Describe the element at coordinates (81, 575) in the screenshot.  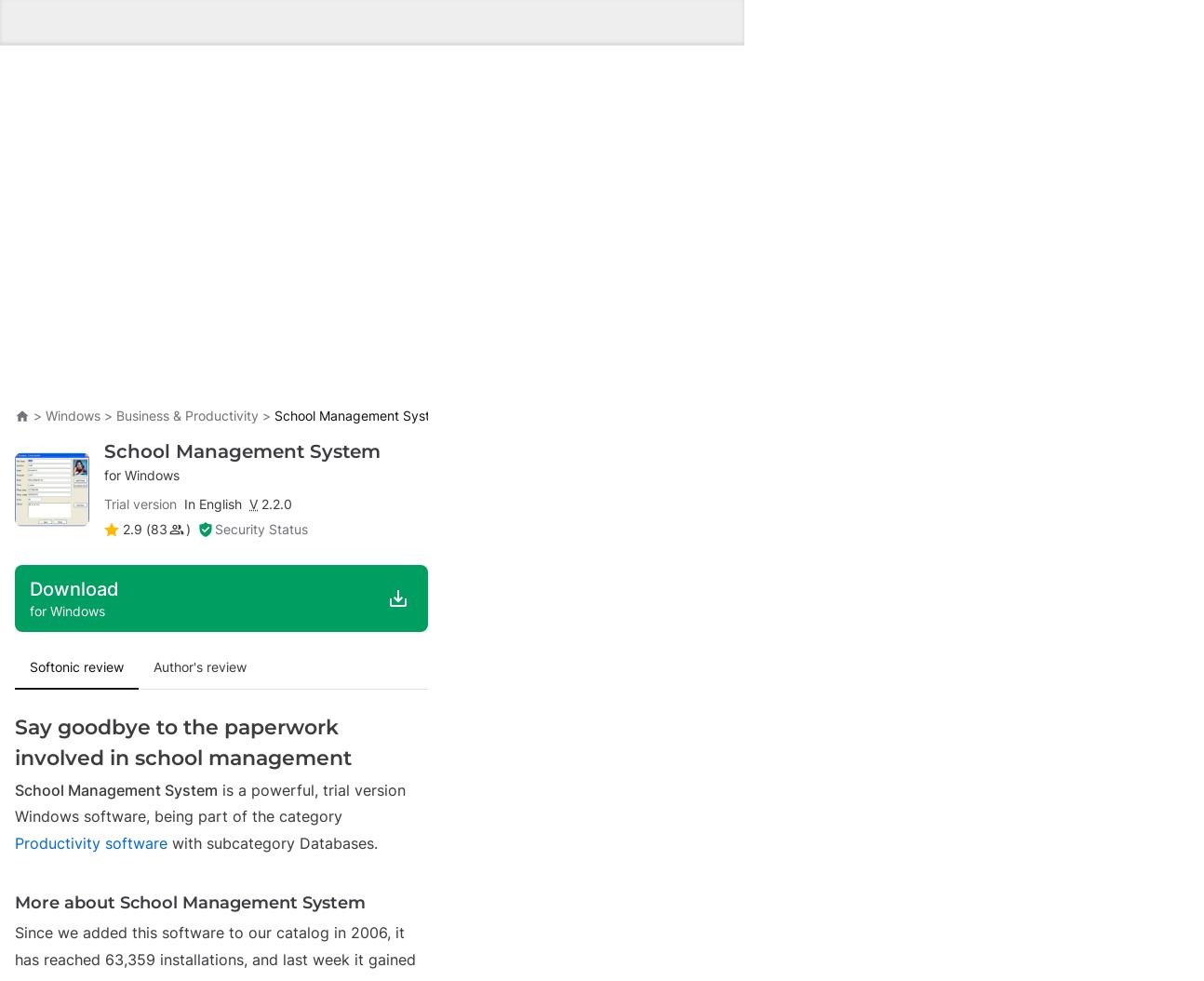
I see `'Related Articles'` at that location.